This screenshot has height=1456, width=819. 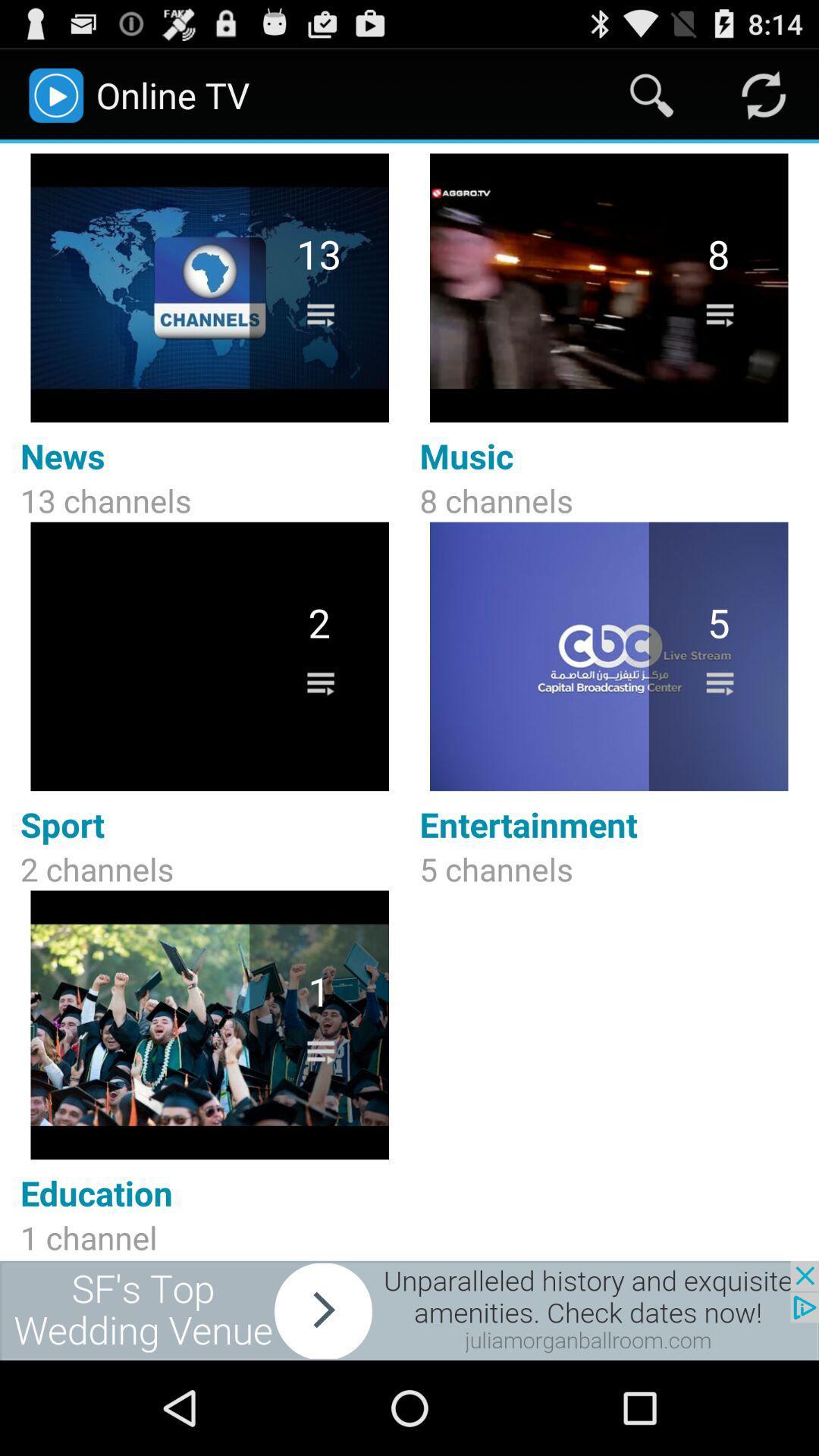 What do you see at coordinates (409, 1310) in the screenshot?
I see `sponsored content` at bounding box center [409, 1310].